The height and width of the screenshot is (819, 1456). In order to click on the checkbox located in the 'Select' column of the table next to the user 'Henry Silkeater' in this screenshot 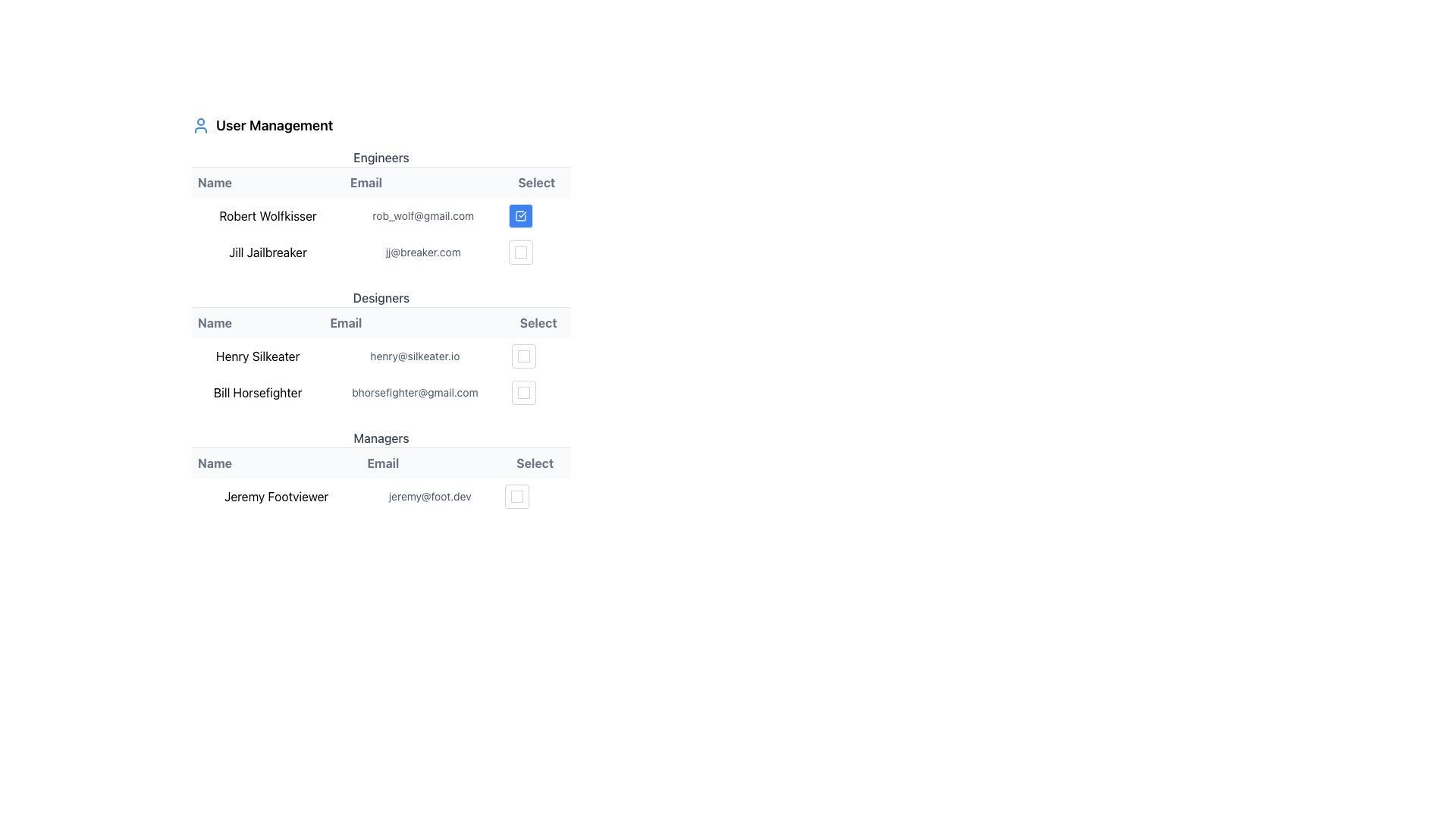, I will do `click(524, 356)`.